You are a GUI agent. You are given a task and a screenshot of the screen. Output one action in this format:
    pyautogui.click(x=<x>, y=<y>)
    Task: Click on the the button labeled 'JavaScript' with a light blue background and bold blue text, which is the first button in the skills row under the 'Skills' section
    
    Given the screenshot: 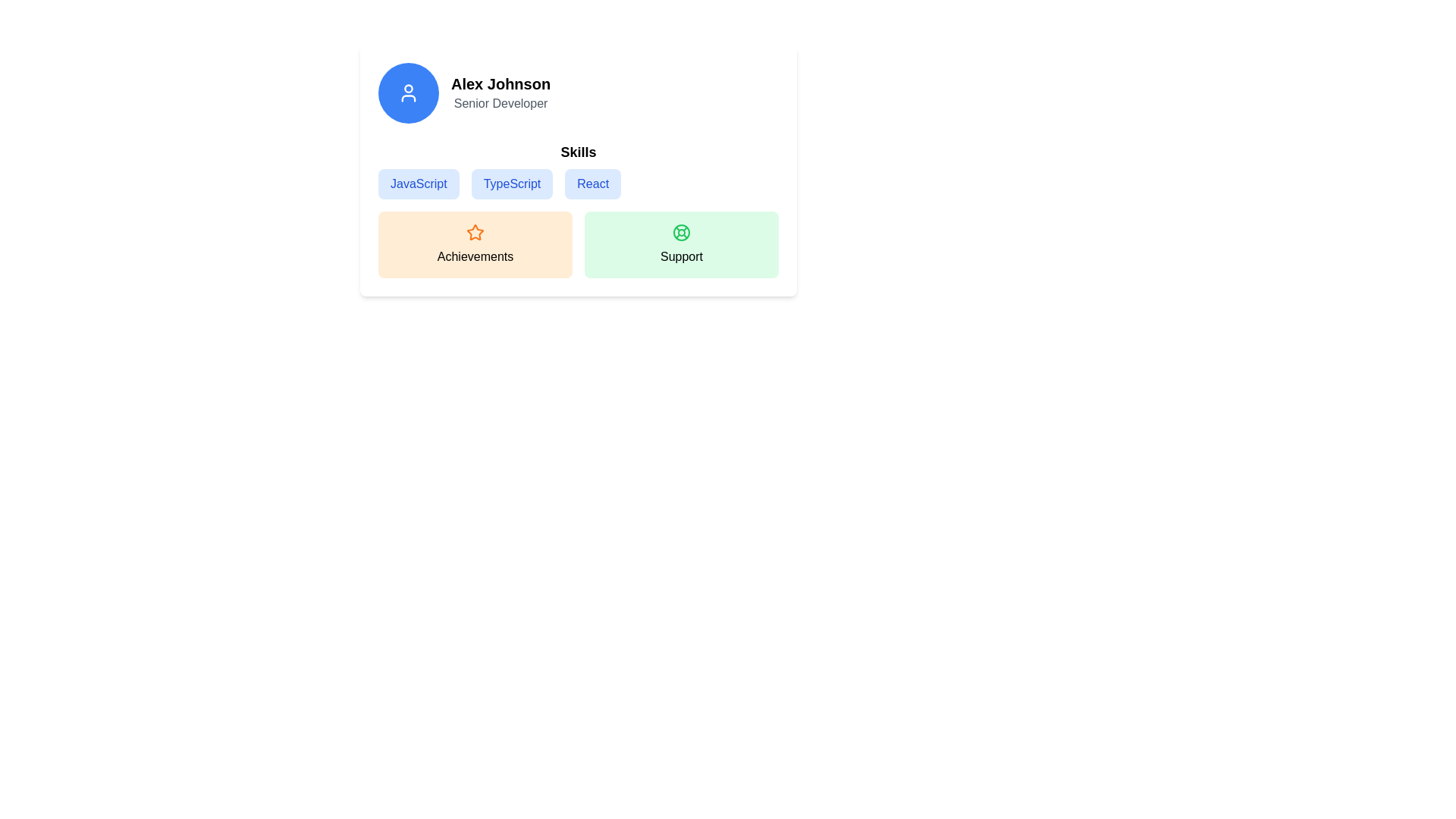 What is the action you would take?
    pyautogui.click(x=419, y=184)
    